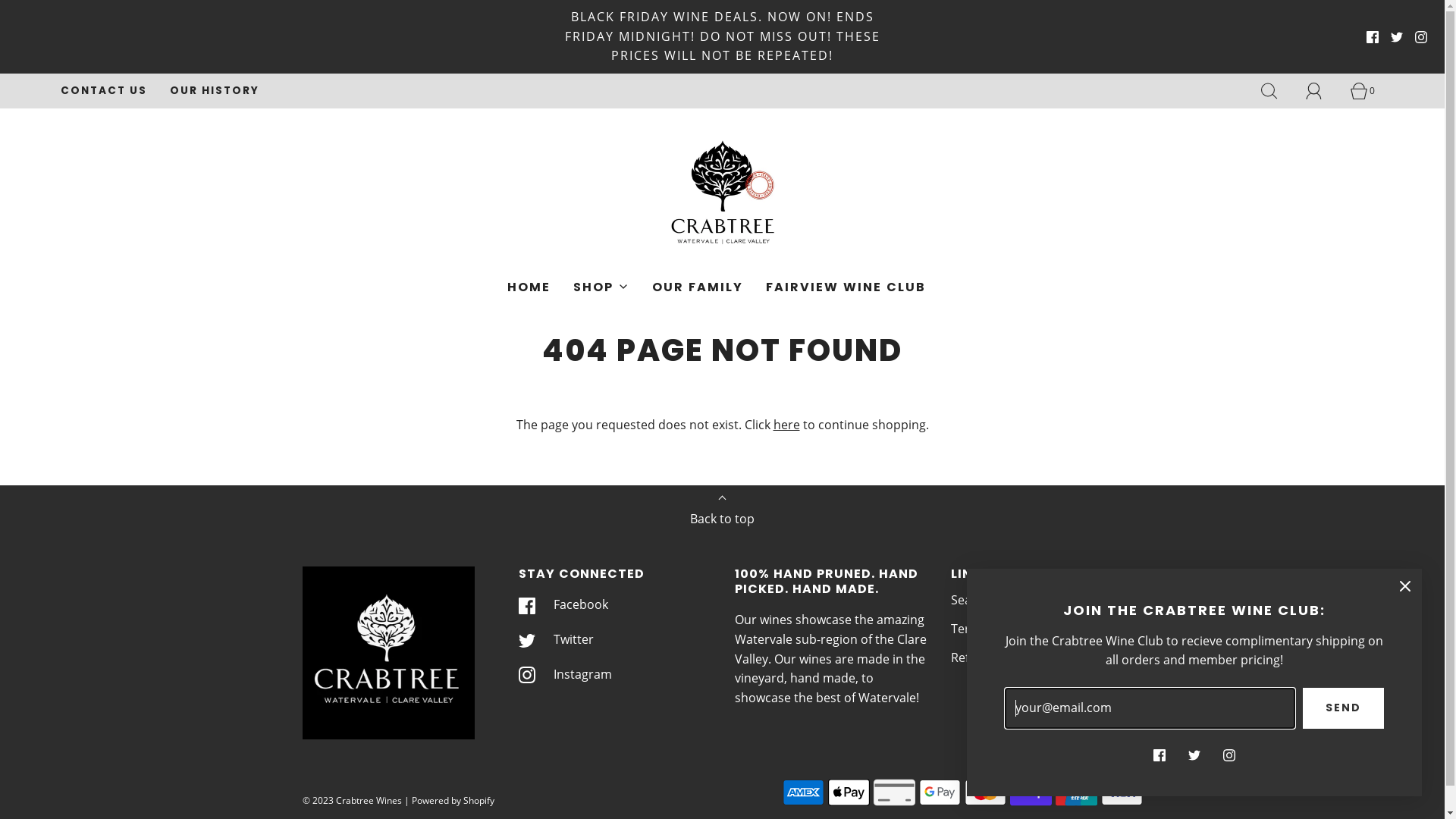  I want to click on 'Search', so click(1276, 90).